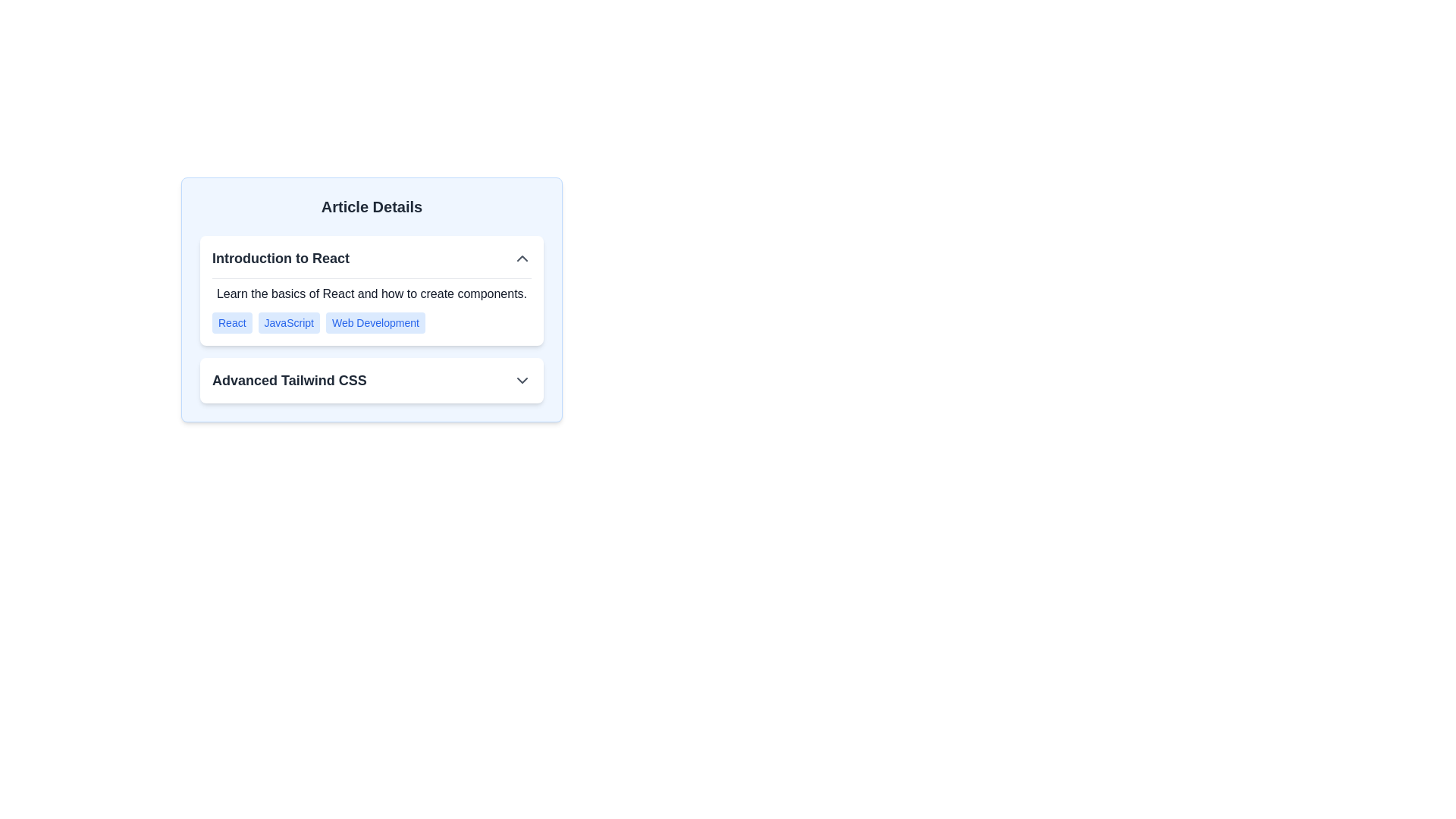  What do you see at coordinates (522, 379) in the screenshot?
I see `the Dropdown indicator or expansion toggle icon (SVG) located at the far right of the 'Advanced Tailwind CSS' header section to interact with the collapsible panel` at bounding box center [522, 379].